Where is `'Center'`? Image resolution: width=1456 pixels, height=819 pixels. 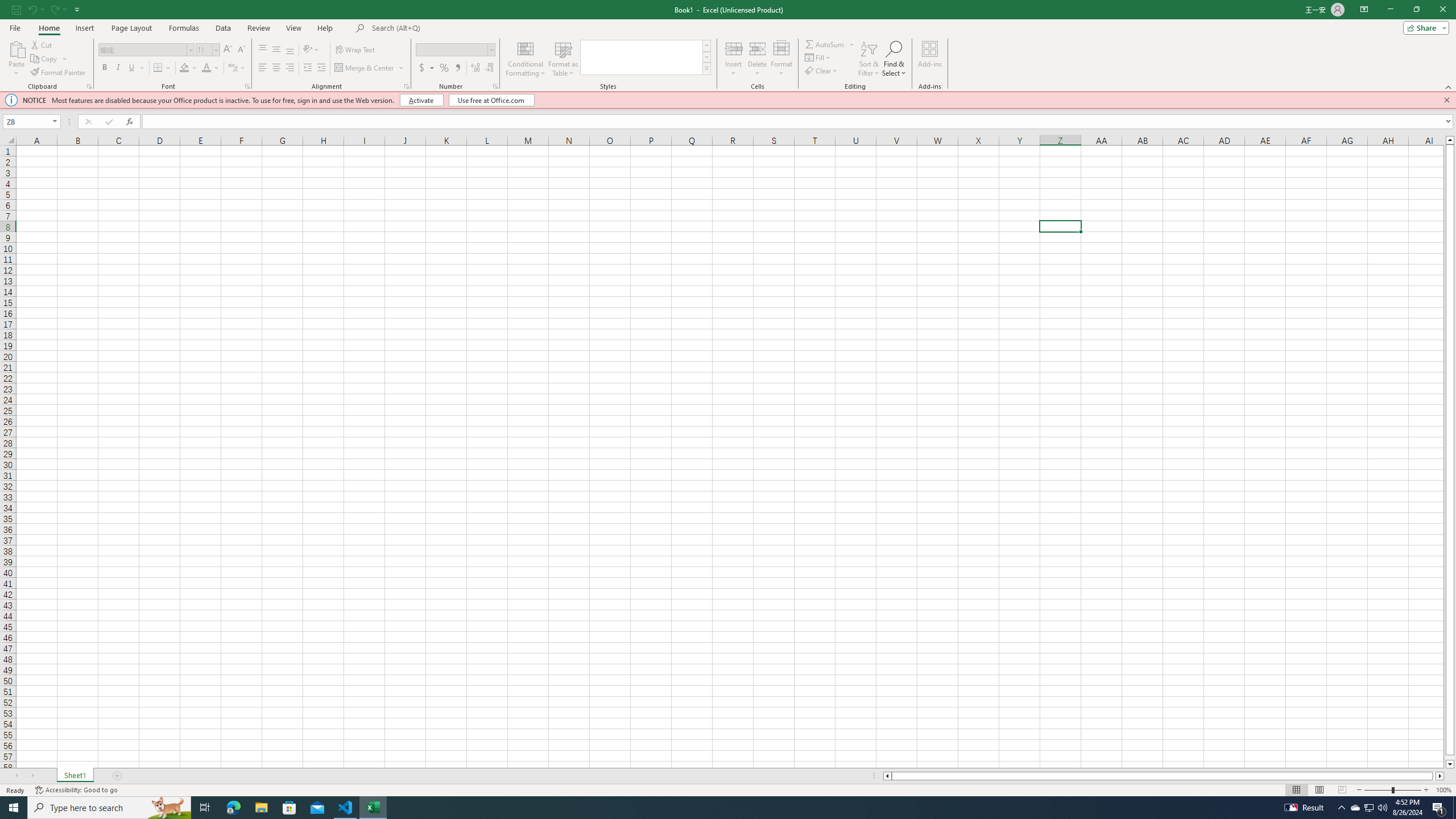
'Center' is located at coordinates (276, 67).